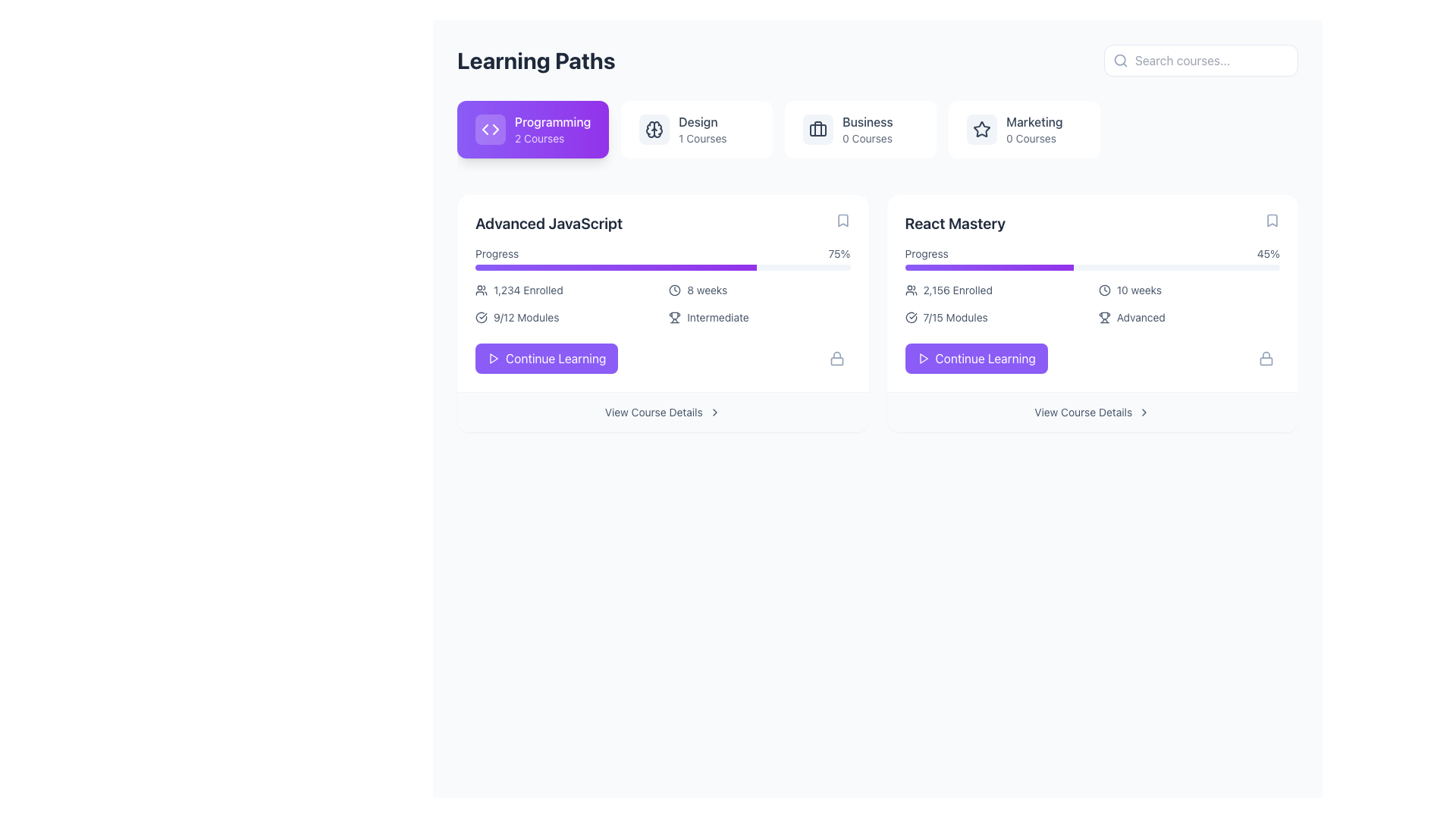 This screenshot has width=1456, height=819. What do you see at coordinates (484, 128) in the screenshot?
I see `the leftward-pointing arrow icon, which is part of a control icon area in the highlighted 'Programming' section, to receive interaction feedback` at bounding box center [484, 128].